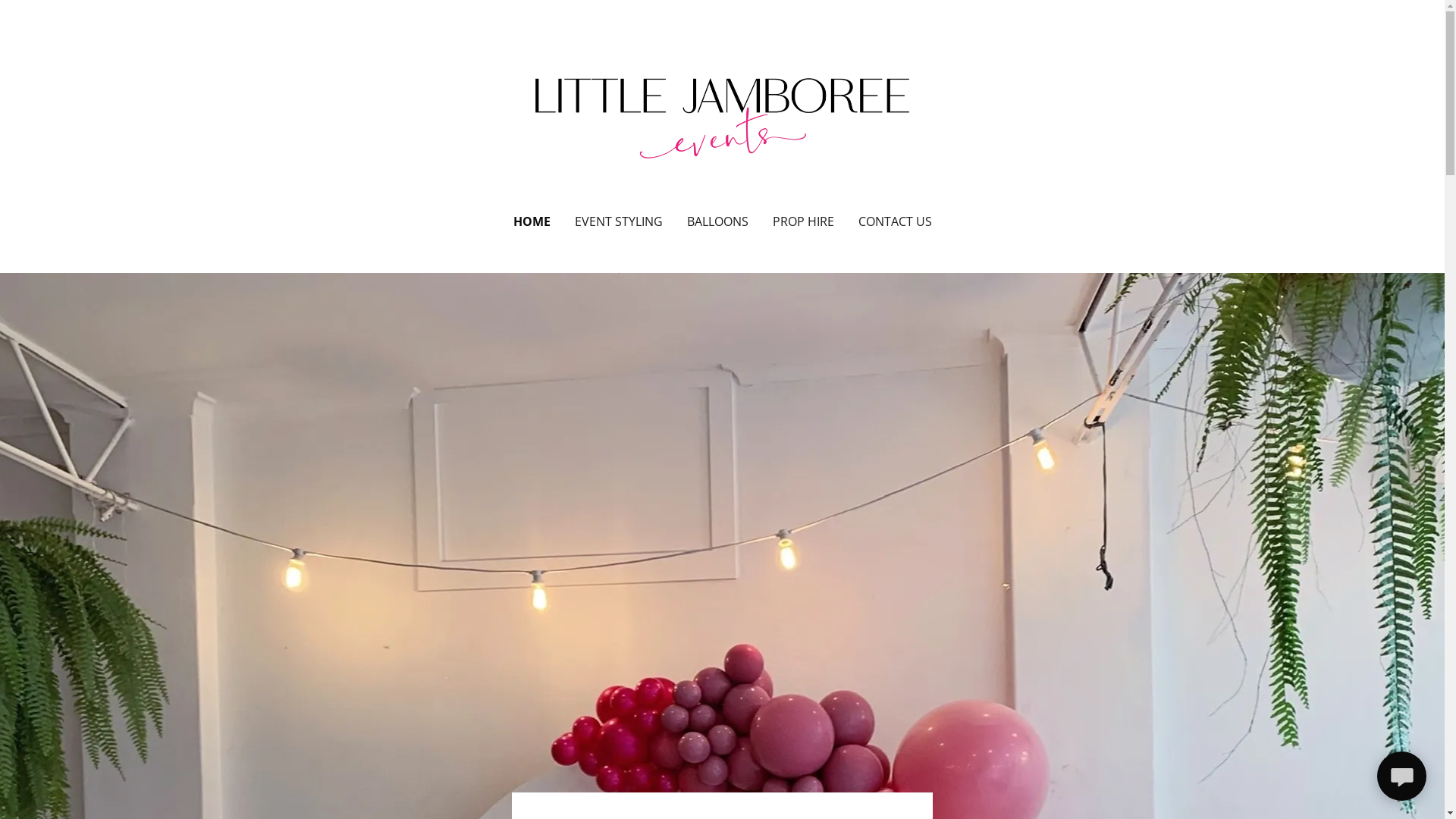 The image size is (1456, 819). I want to click on 'Little Jamboree, so click(721, 116).